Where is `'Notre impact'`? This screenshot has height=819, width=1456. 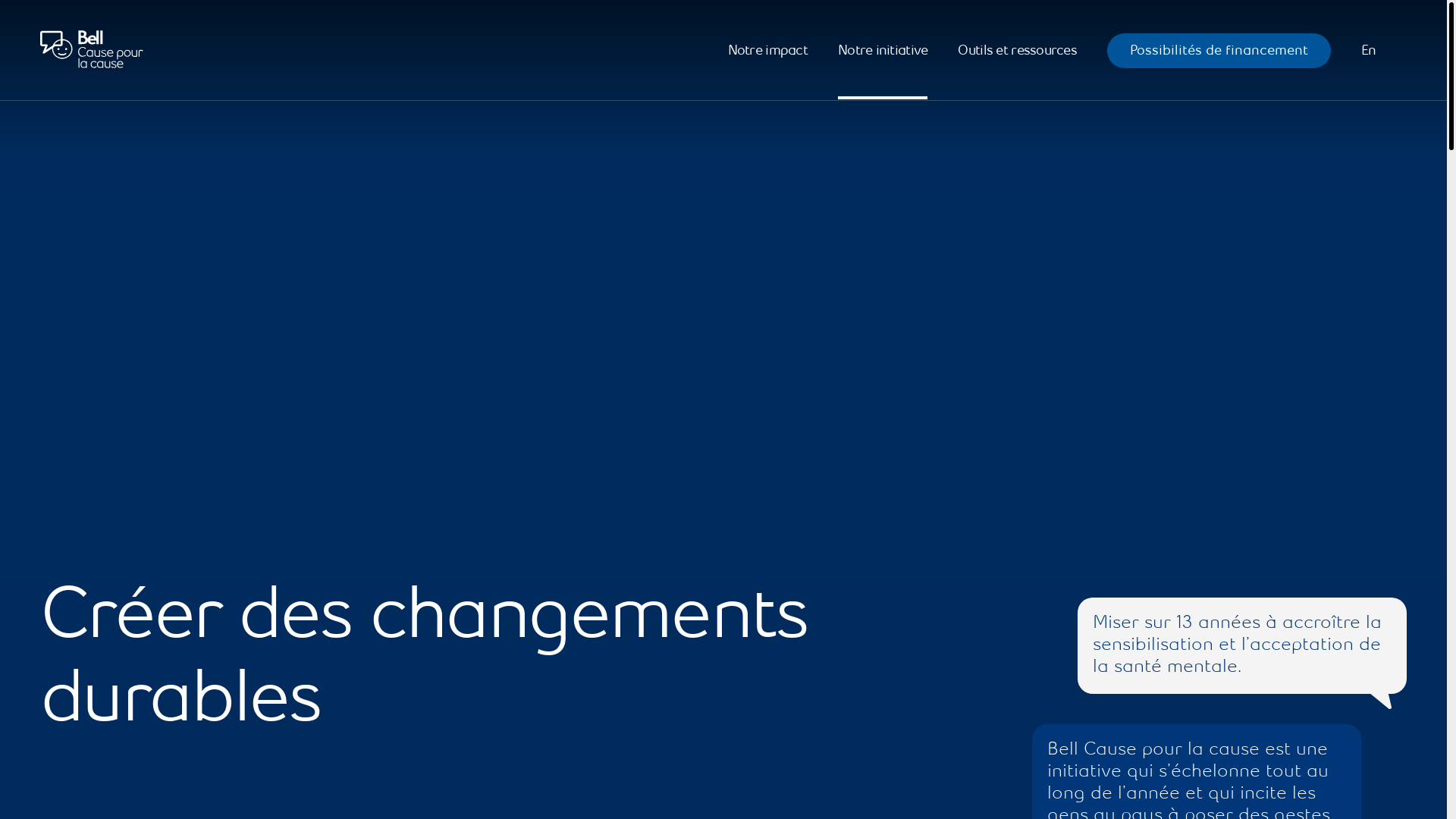
'Notre impact' is located at coordinates (767, 49).